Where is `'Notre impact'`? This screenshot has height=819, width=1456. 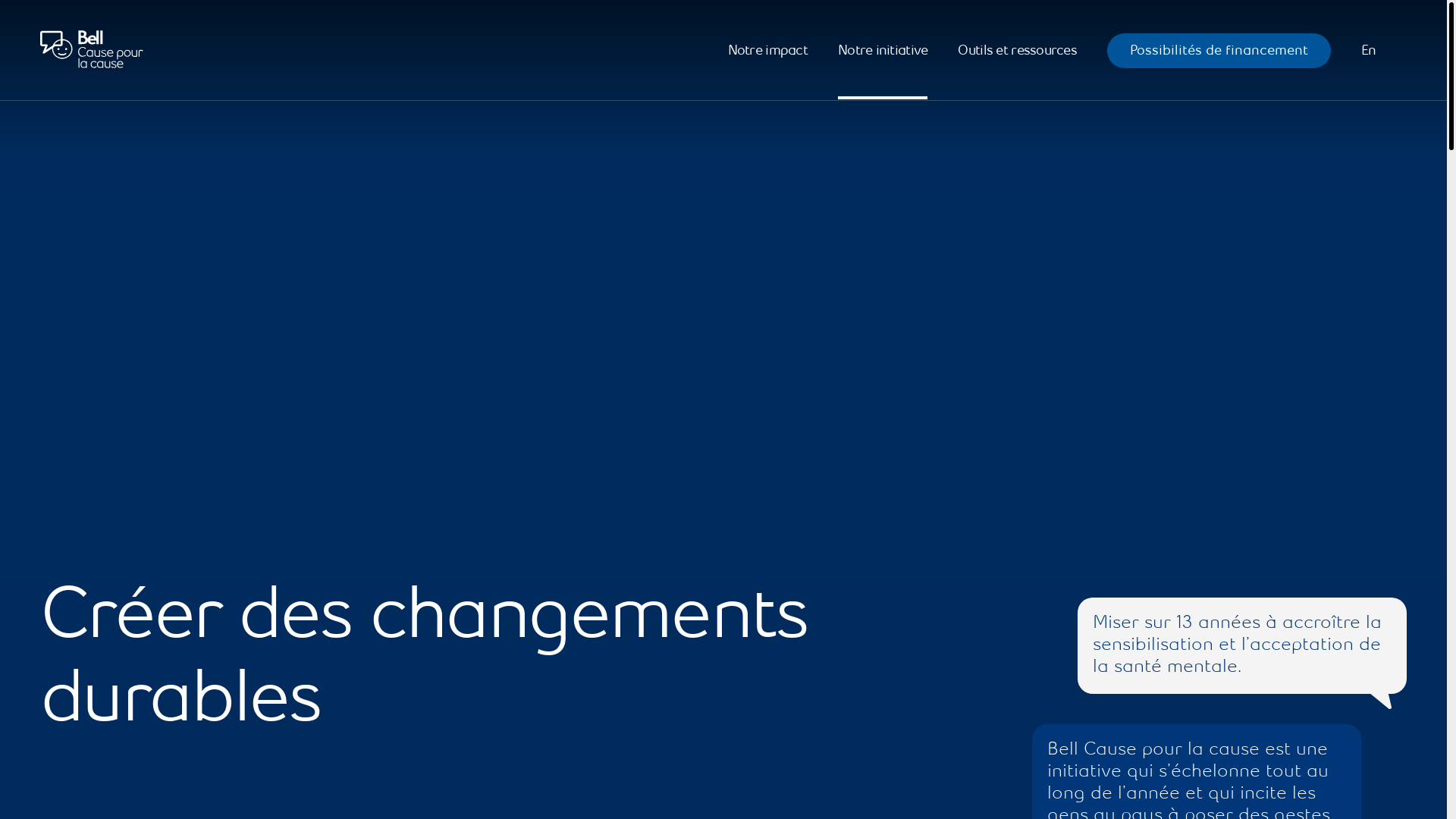
'Notre impact' is located at coordinates (767, 49).